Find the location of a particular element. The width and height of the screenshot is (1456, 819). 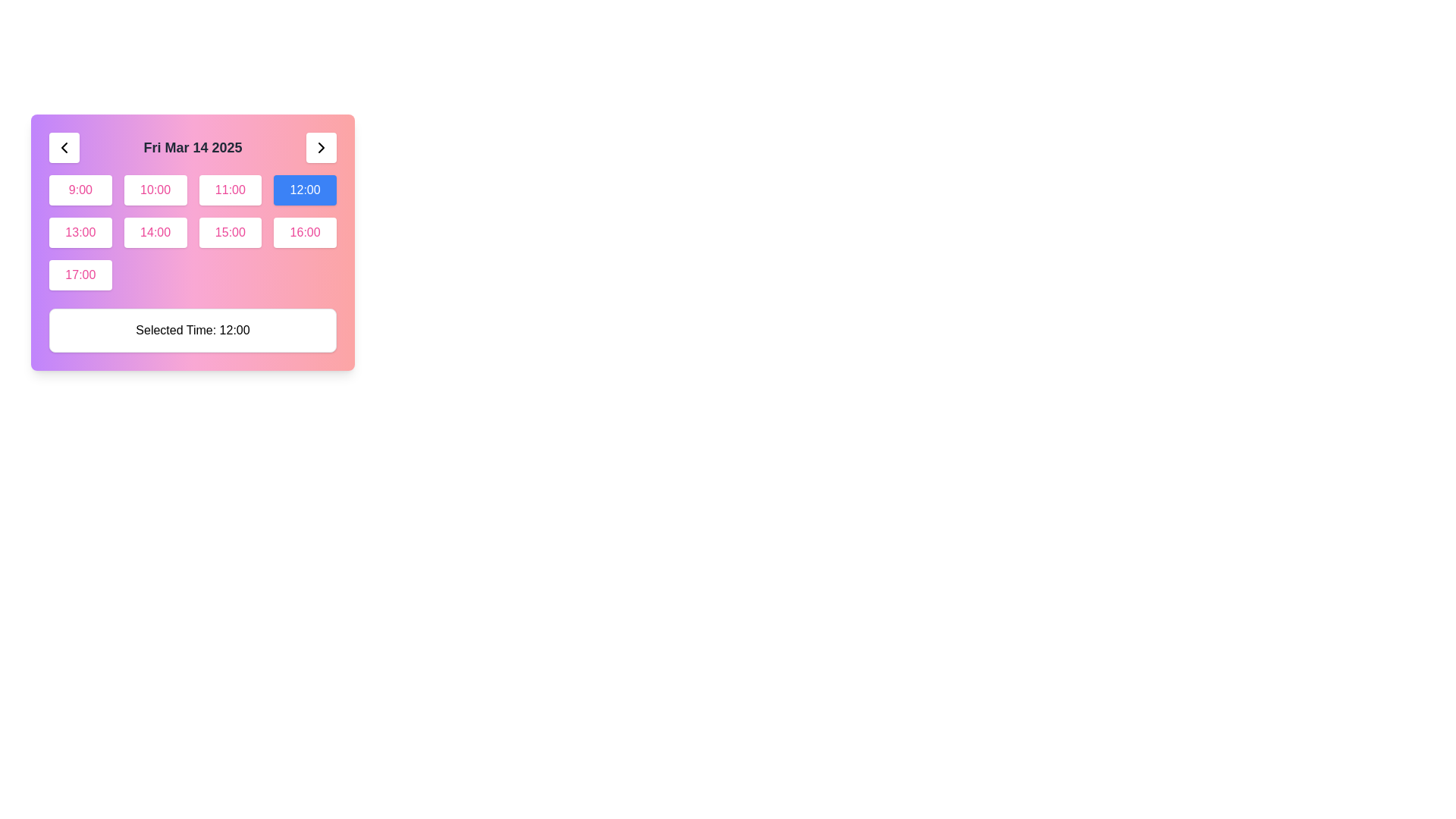

the button that allows the user to select the time 16:00, which is positioned in the last column of the second row in a 4xN grid layout, located below the button '12:00' and to the right of '15:00' is located at coordinates (304, 233).